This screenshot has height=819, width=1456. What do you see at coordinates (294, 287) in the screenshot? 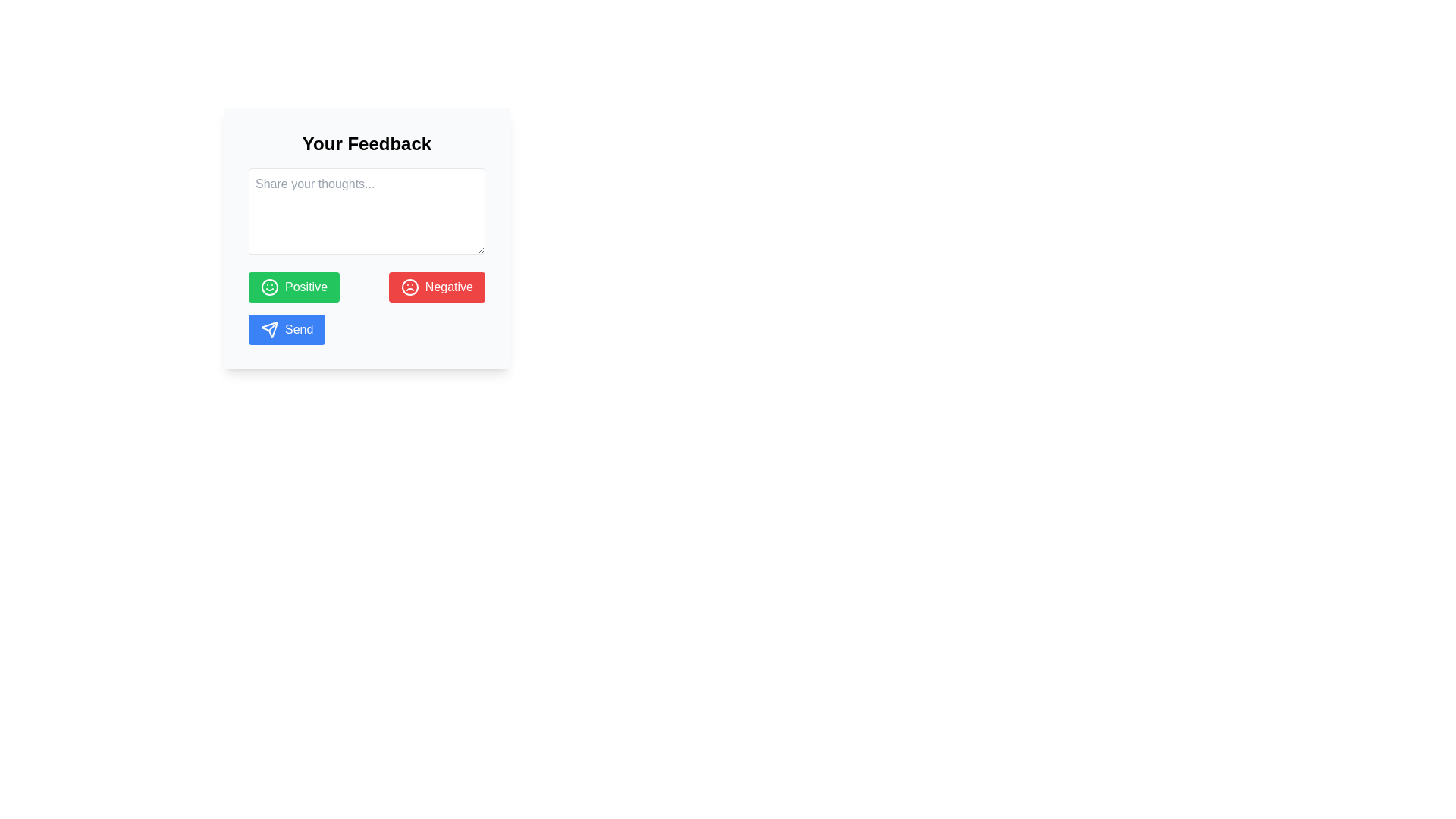
I see `the positive feedback button located in the top-left section of the feedback form layout` at bounding box center [294, 287].